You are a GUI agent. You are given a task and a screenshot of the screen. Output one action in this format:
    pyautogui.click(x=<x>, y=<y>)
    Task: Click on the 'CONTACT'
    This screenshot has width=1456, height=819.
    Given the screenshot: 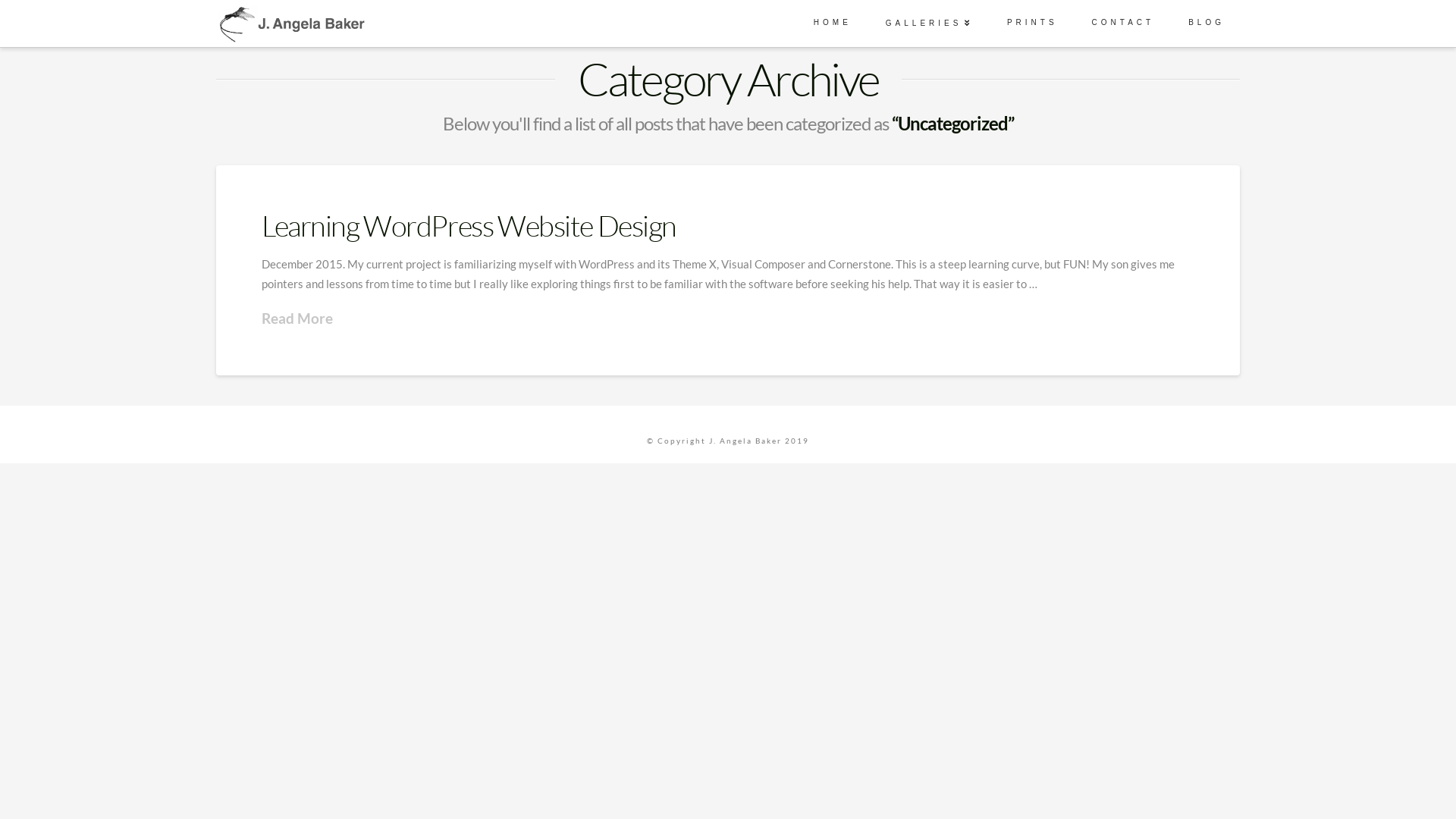 What is the action you would take?
    pyautogui.click(x=1121, y=14)
    